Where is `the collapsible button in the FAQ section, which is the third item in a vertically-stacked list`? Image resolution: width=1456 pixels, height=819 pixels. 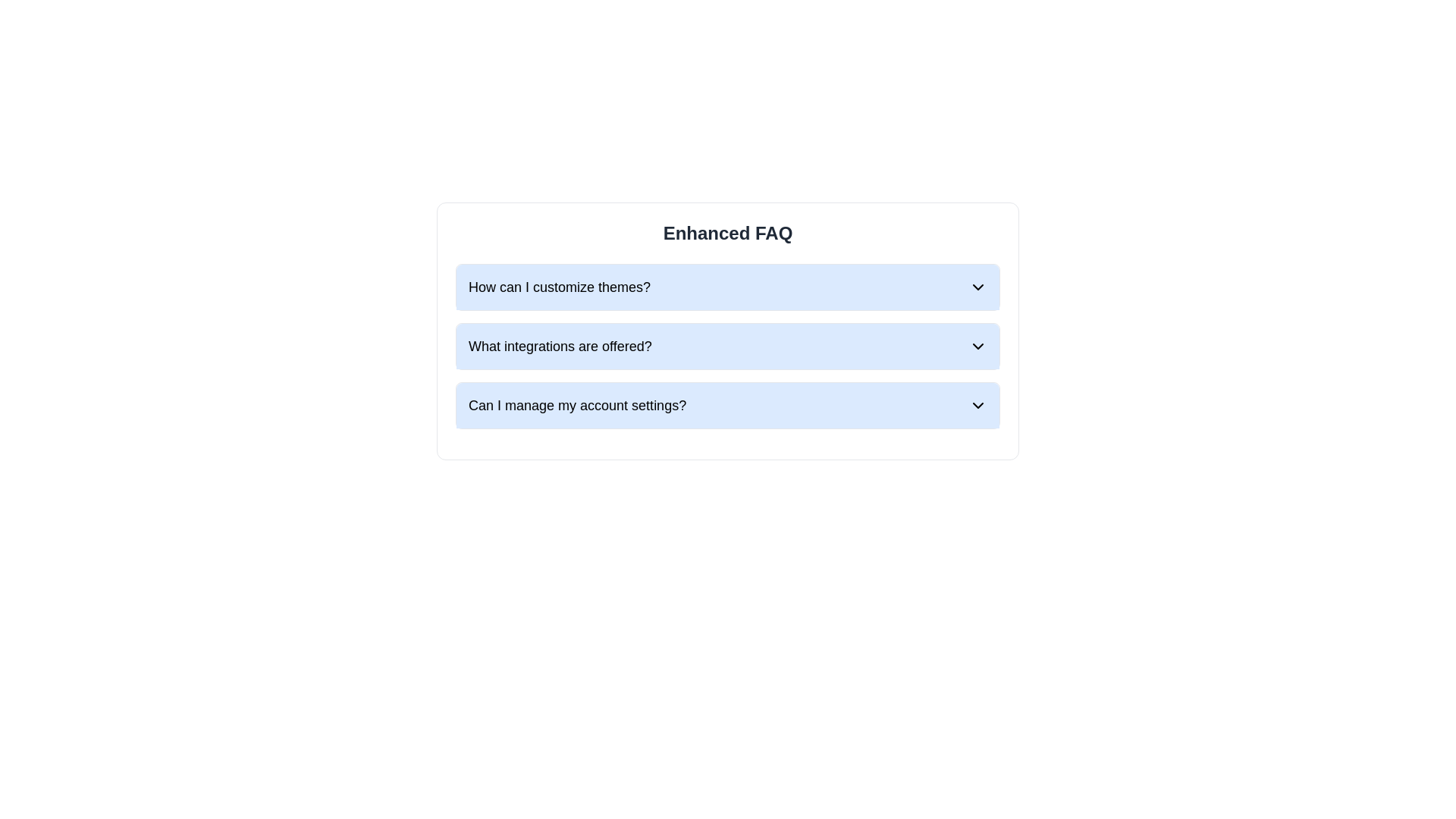 the collapsible button in the FAQ section, which is the third item in a vertically-stacked list is located at coordinates (728, 405).